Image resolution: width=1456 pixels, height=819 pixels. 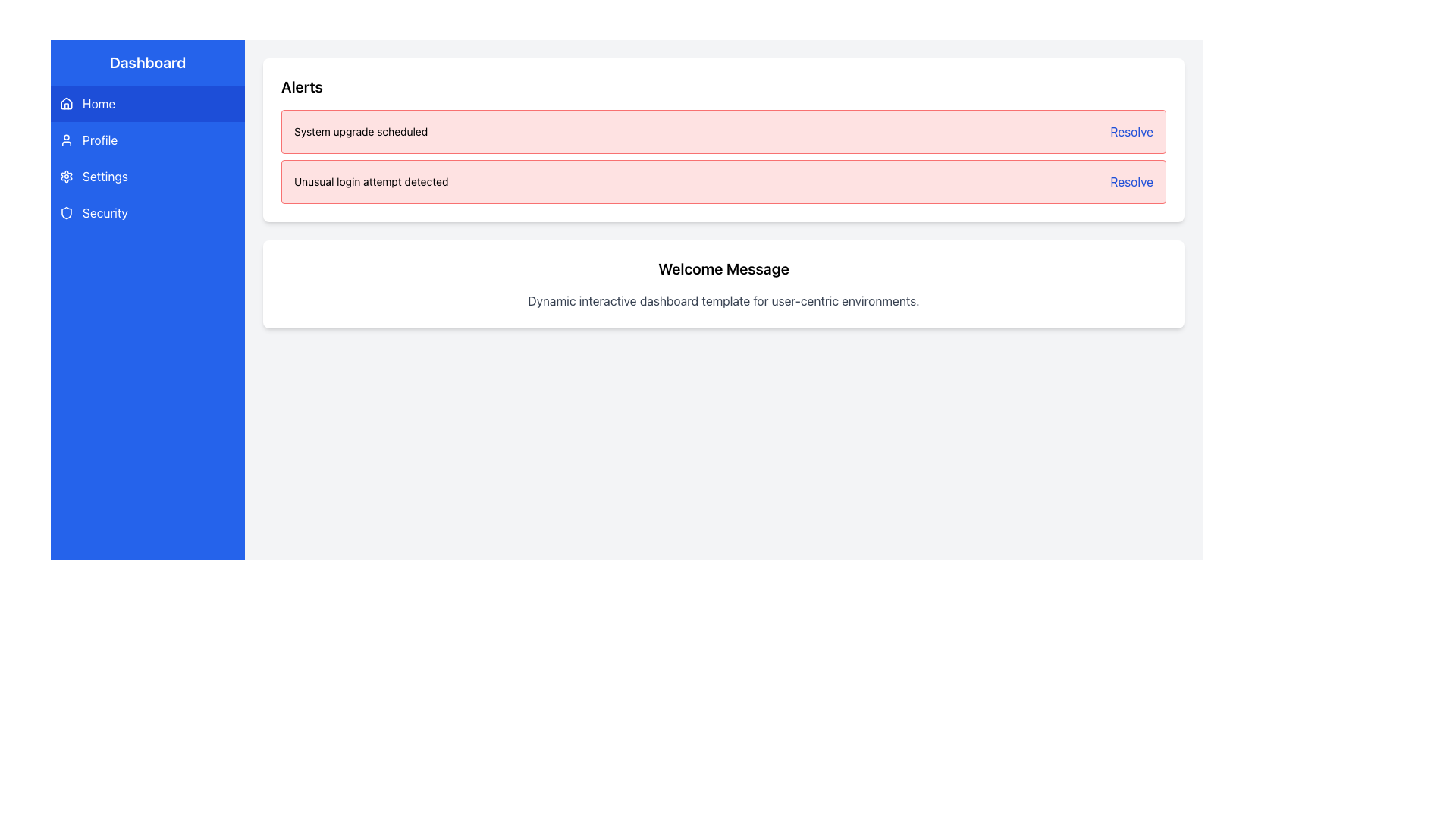 What do you see at coordinates (65, 213) in the screenshot?
I see `the shield icon representing the 'Security' section in the sidebar of the dashboard application` at bounding box center [65, 213].